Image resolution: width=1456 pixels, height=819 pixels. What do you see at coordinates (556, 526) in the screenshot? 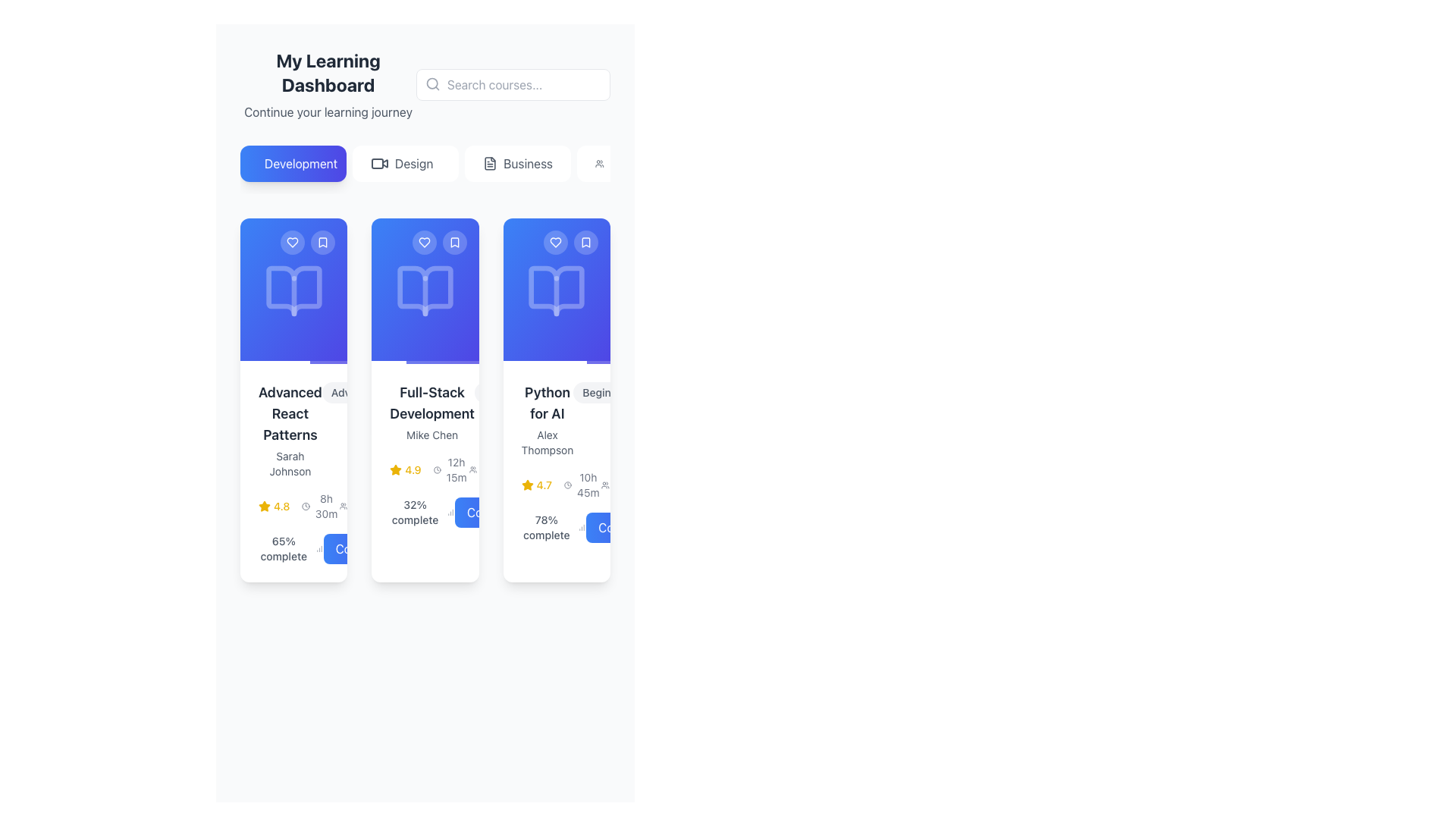
I see `the progress indicator displaying '78%' and 'complete'` at bounding box center [556, 526].